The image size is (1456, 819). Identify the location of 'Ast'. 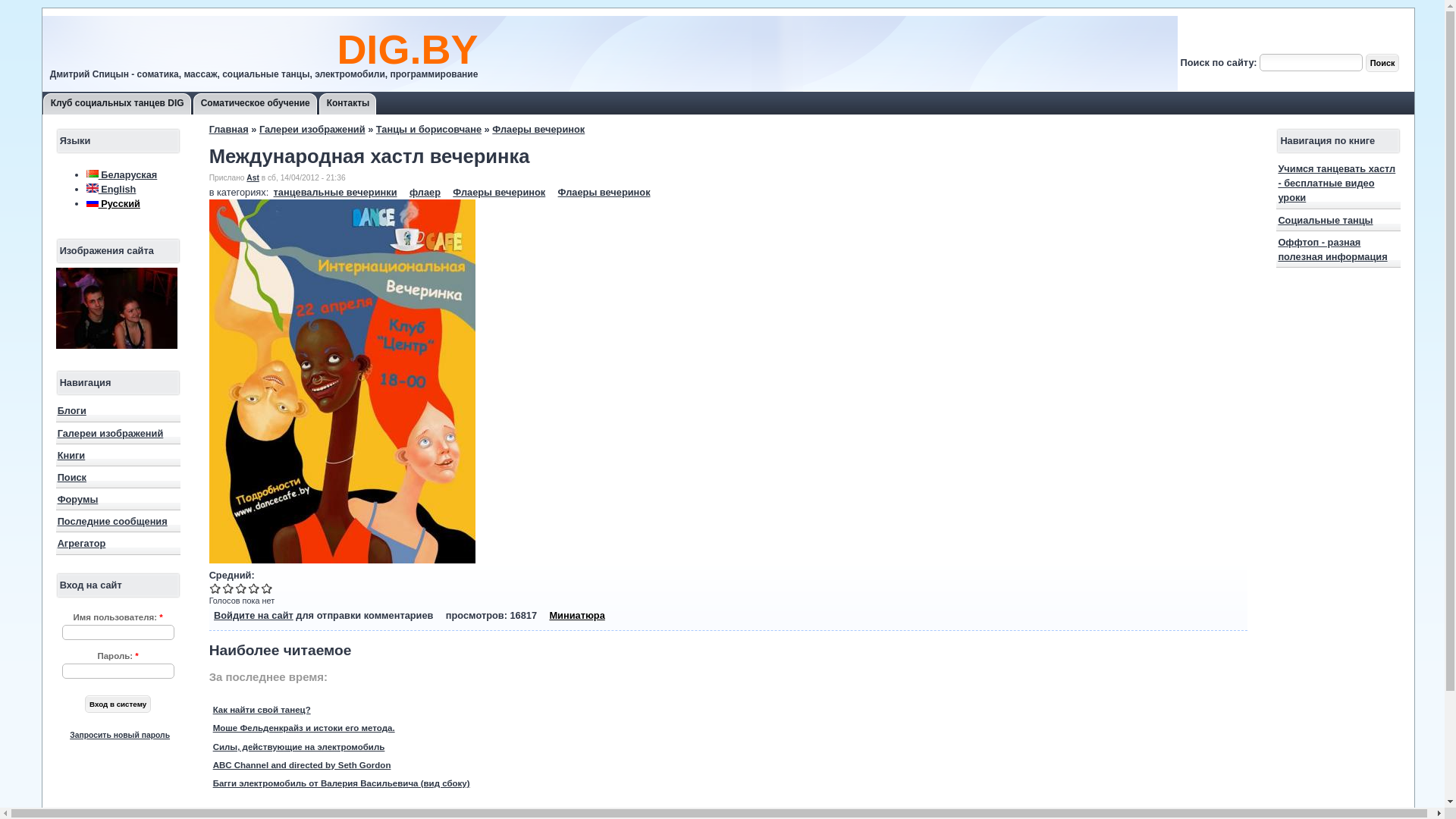
(253, 177).